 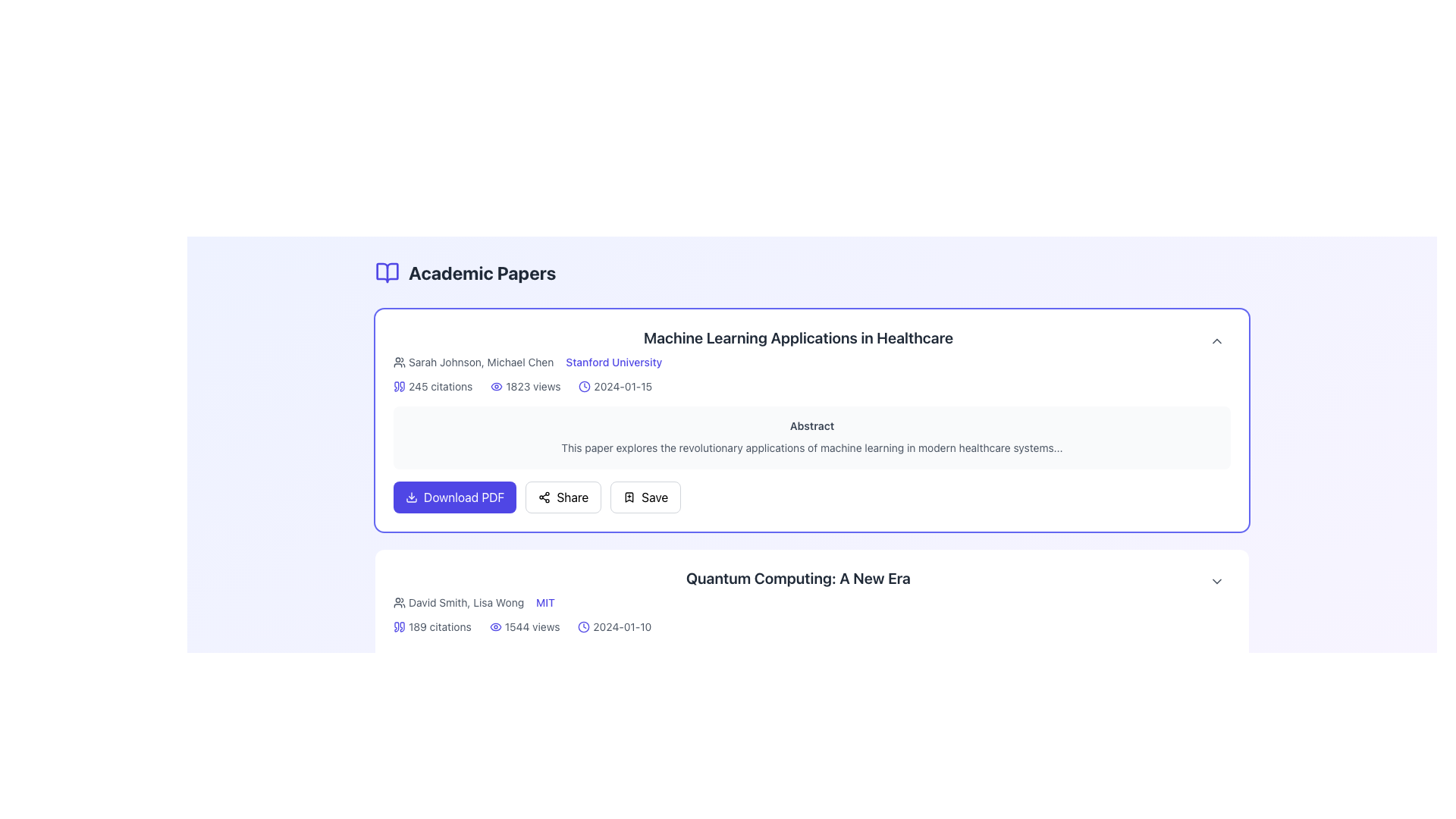 What do you see at coordinates (525, 626) in the screenshot?
I see `the static informational display element showing '1544 views' with an eye icon, positioned as the second indicator in a horizontal row of related indicators` at bounding box center [525, 626].